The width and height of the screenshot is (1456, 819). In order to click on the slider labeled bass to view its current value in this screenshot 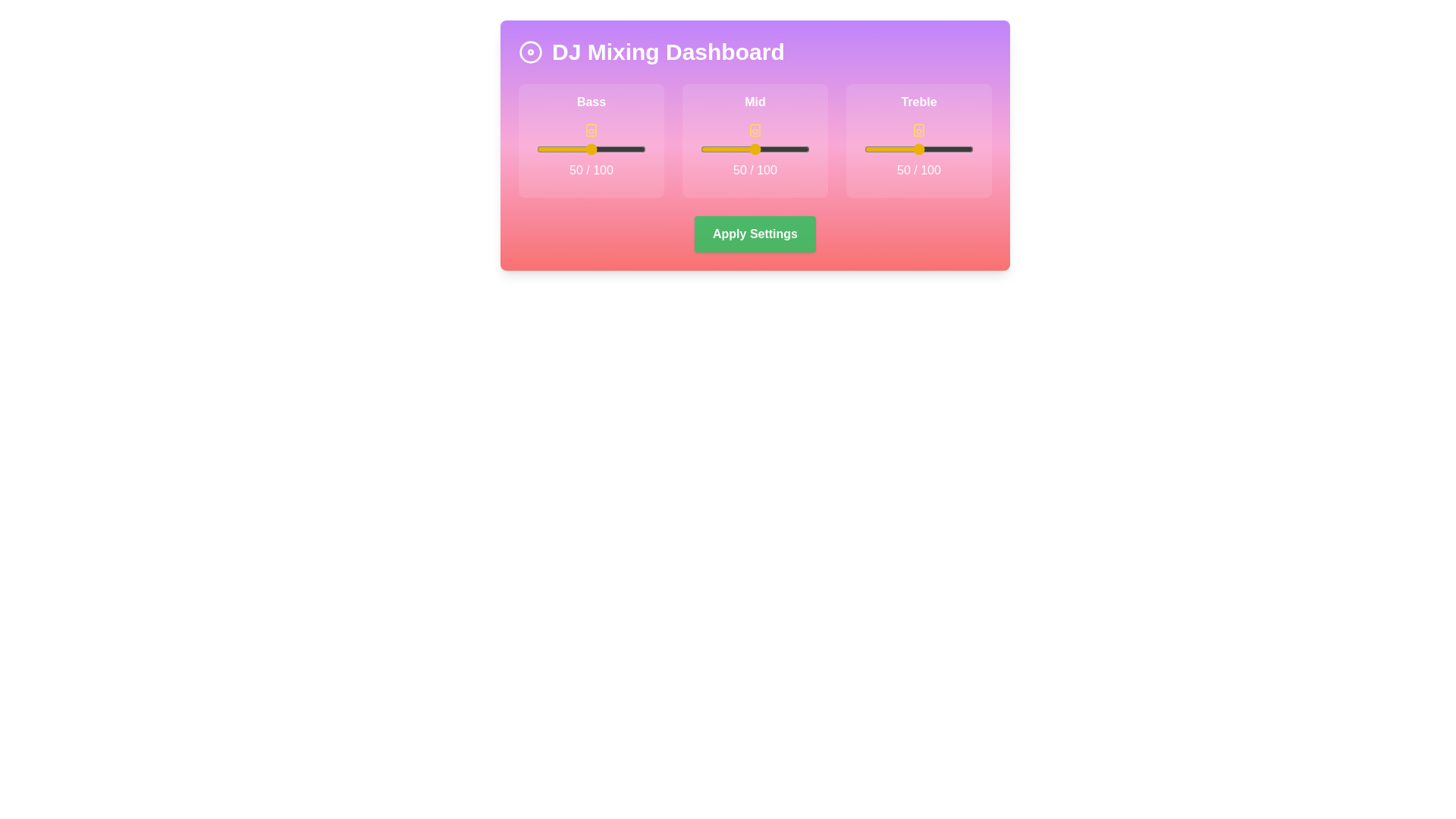, I will do `click(590, 149)`.